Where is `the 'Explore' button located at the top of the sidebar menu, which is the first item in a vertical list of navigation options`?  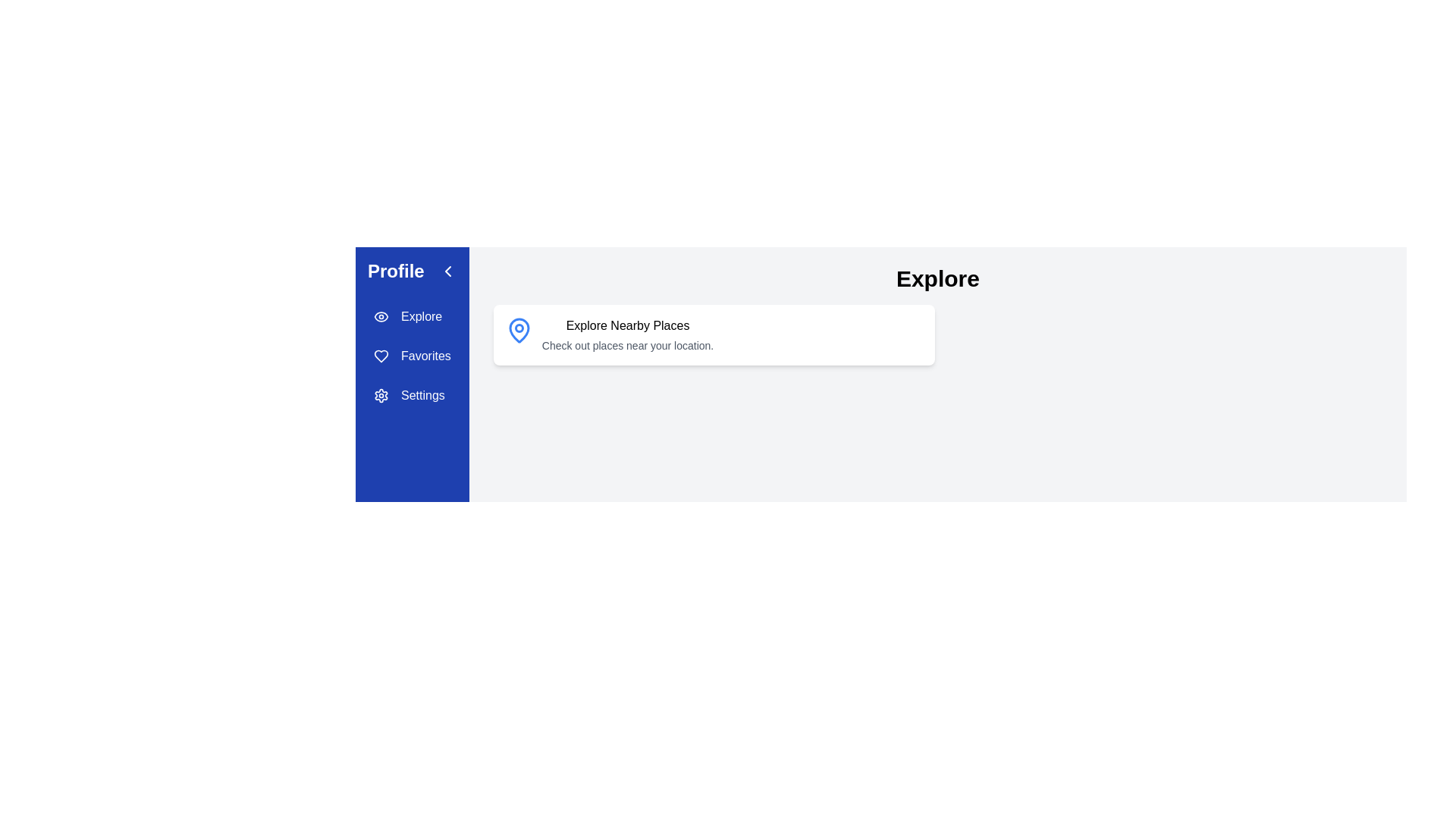 the 'Explore' button located at the top of the sidebar menu, which is the first item in a vertical list of navigation options is located at coordinates (412, 315).